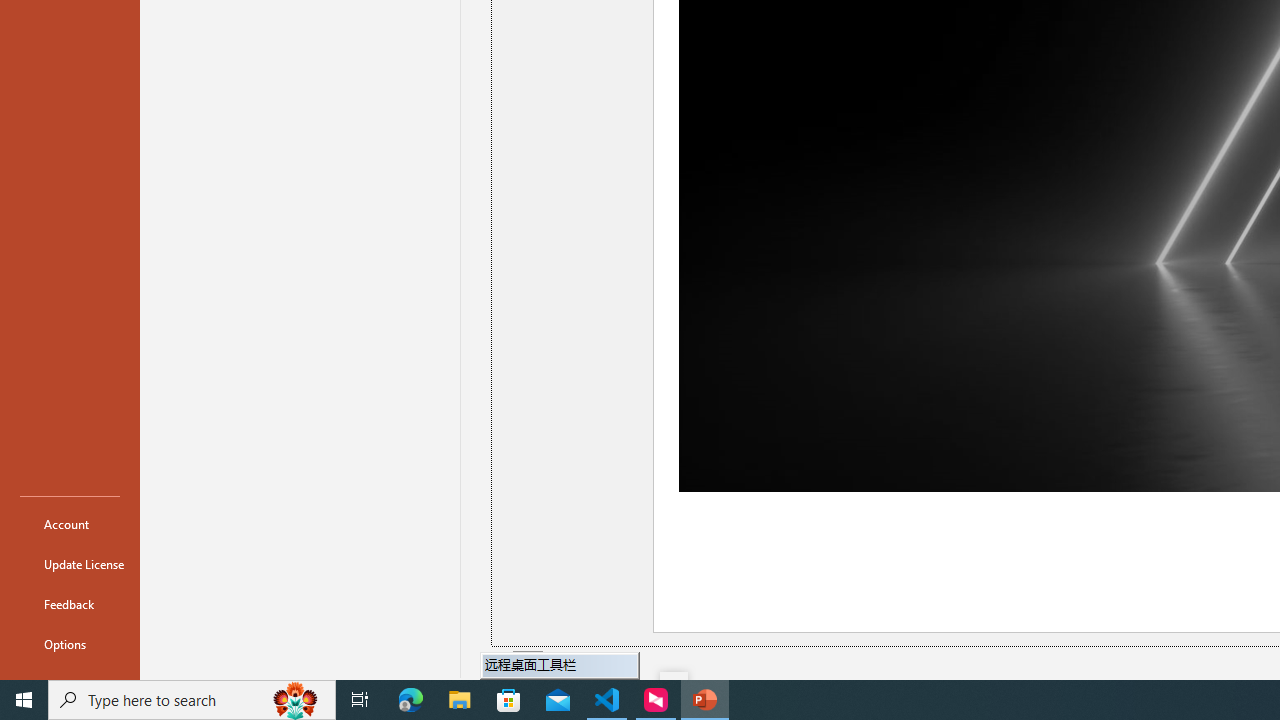 This screenshot has height=720, width=1280. What do you see at coordinates (69, 523) in the screenshot?
I see `'Account'` at bounding box center [69, 523].